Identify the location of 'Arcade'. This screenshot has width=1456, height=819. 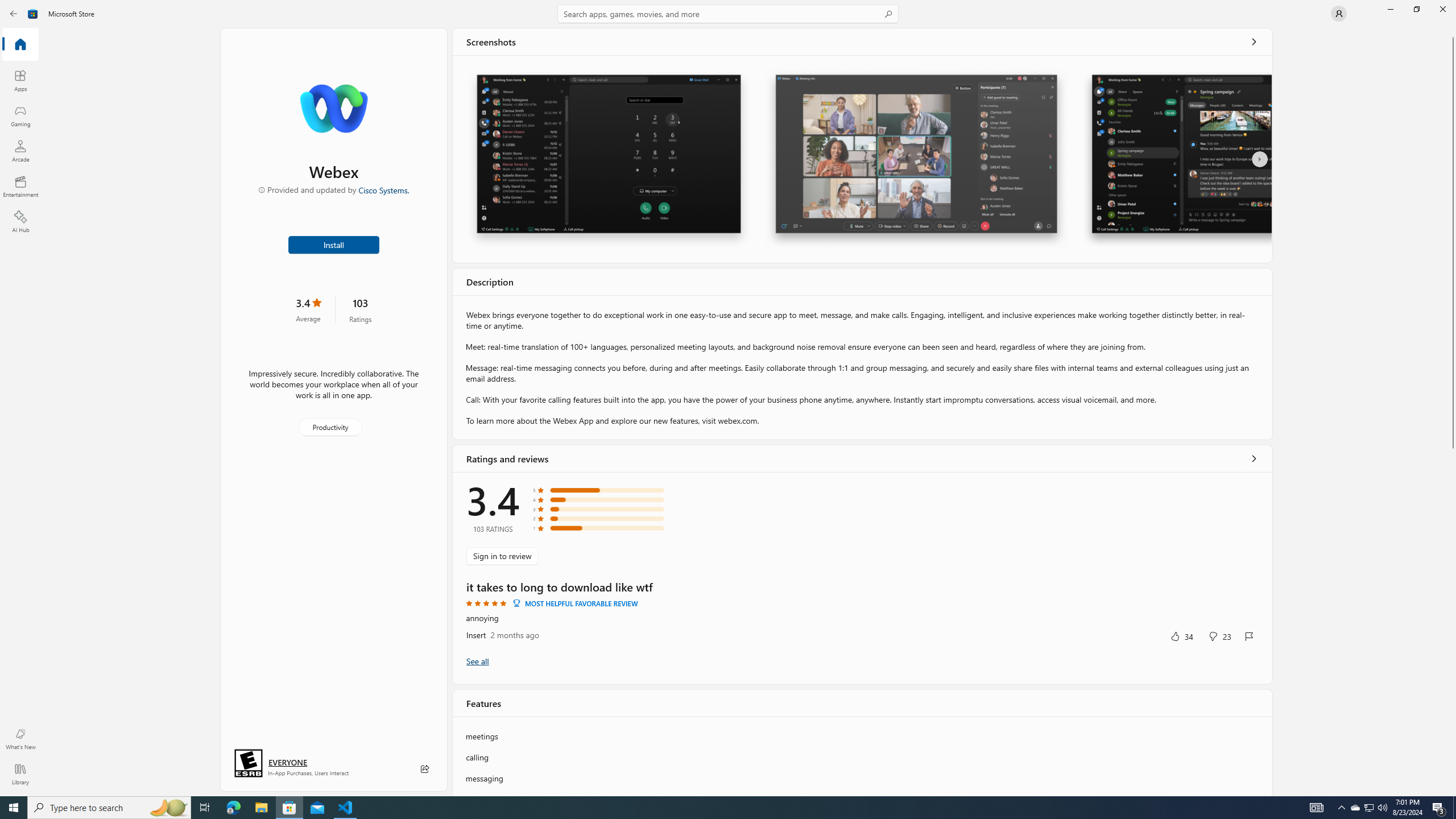
(19, 150).